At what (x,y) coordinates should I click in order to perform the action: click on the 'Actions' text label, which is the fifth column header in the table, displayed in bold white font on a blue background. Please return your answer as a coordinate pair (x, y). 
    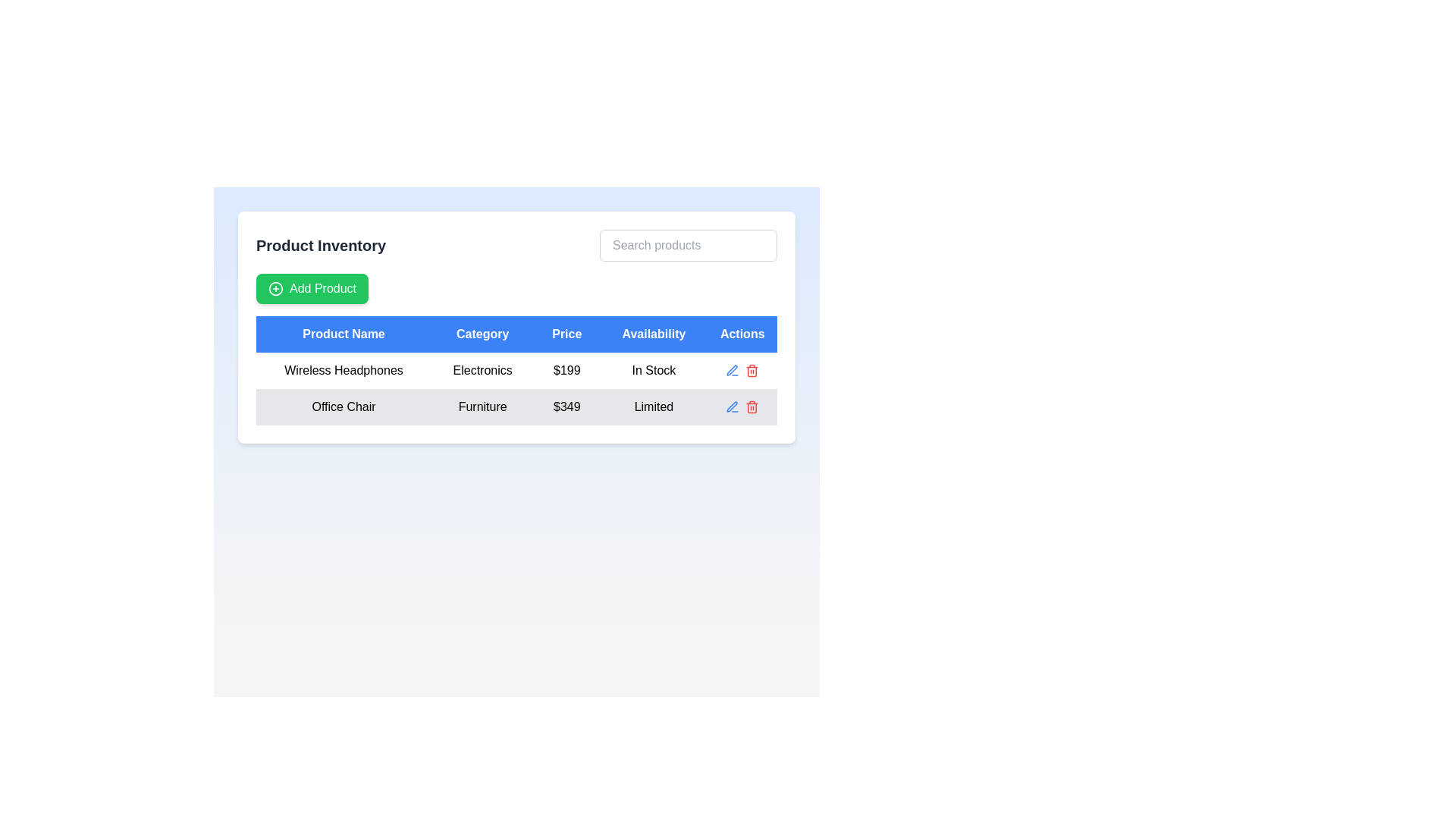
    Looking at the image, I should click on (742, 333).